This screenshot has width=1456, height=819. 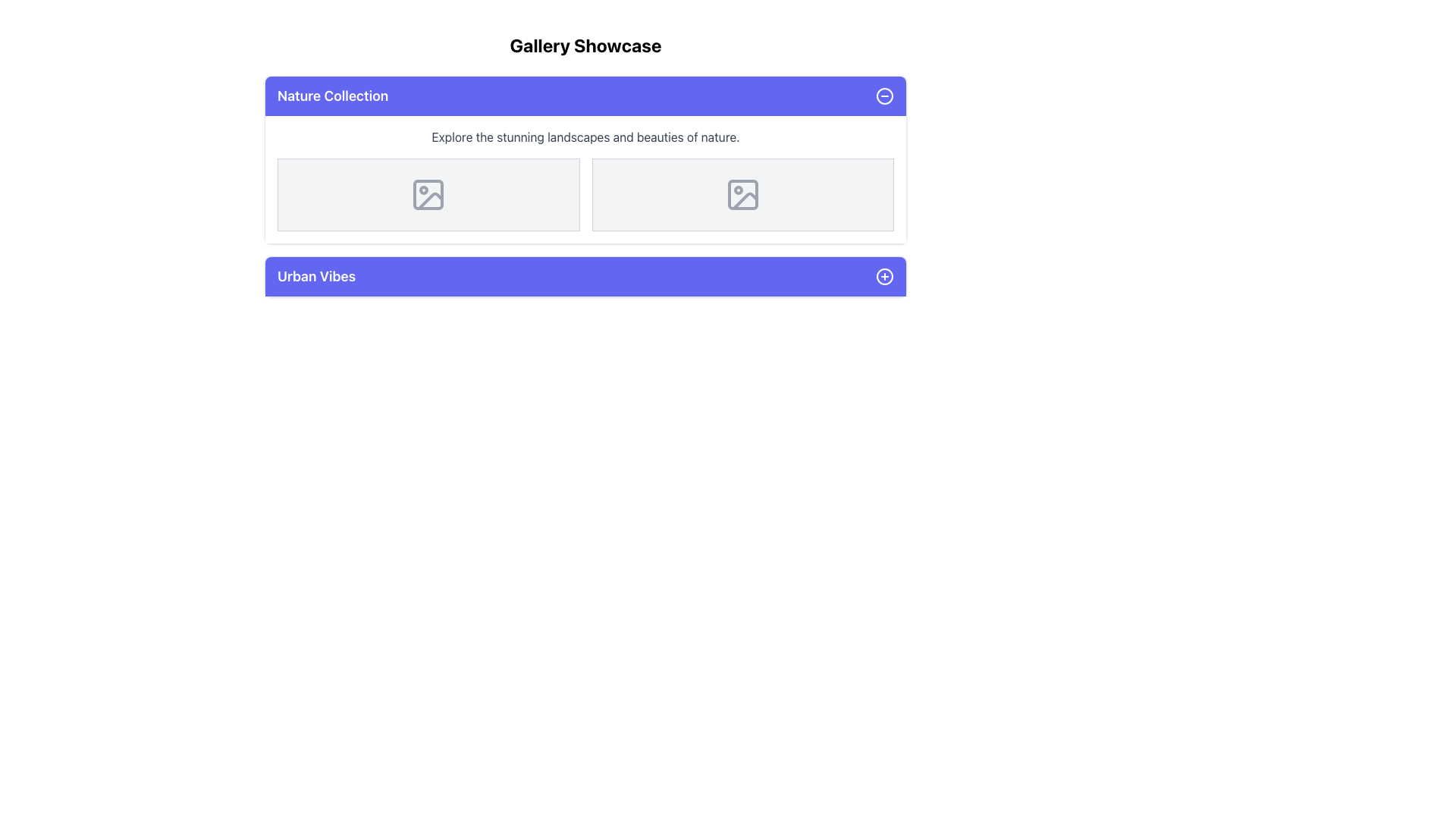 I want to click on the rounded rectangle element located within the image file icon in the 'Nature Collection' section, which is the main shape of the right rectangle, so click(x=742, y=194).